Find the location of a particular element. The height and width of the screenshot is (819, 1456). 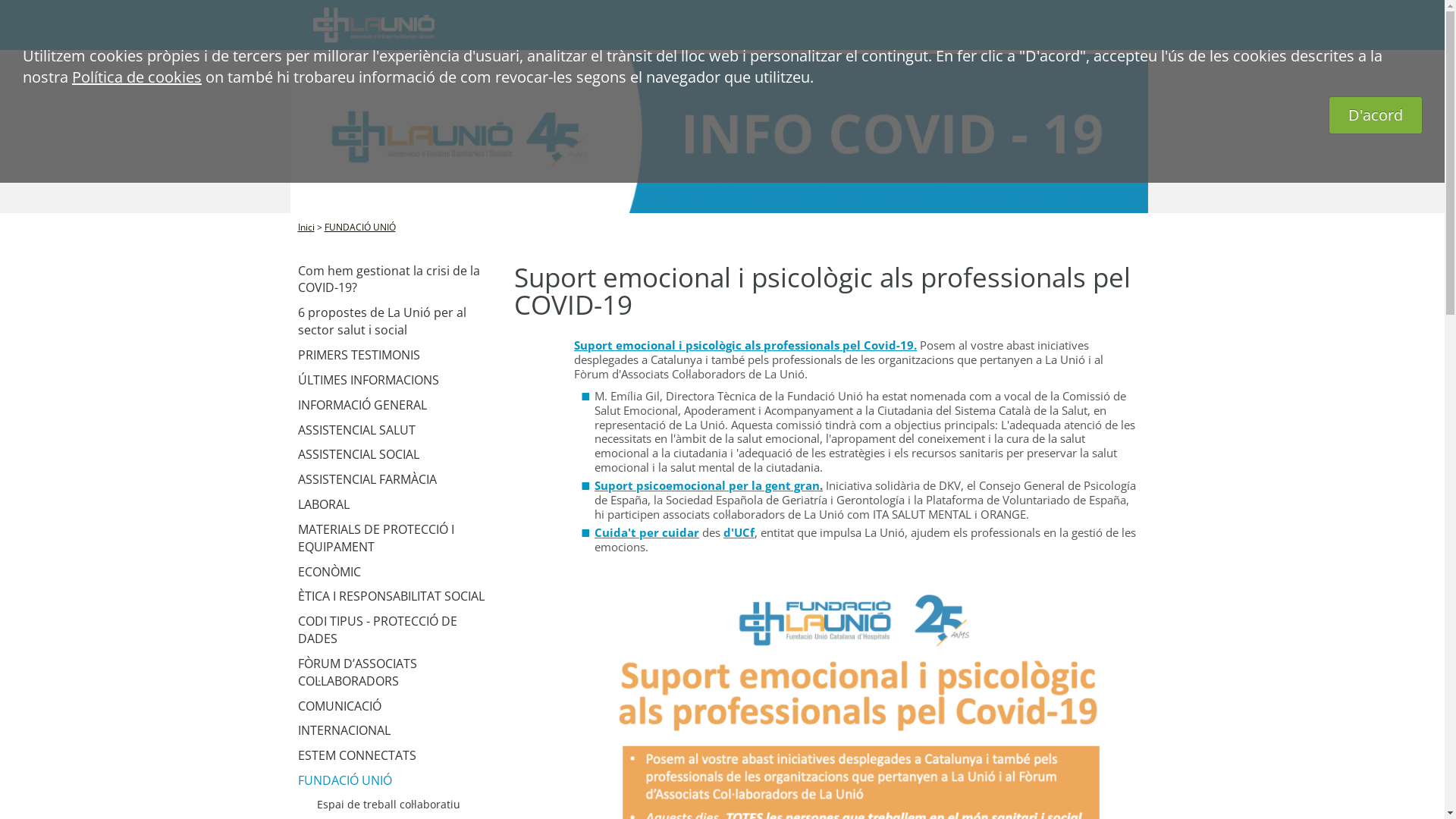

'Inici' is located at coordinates (305, 227).